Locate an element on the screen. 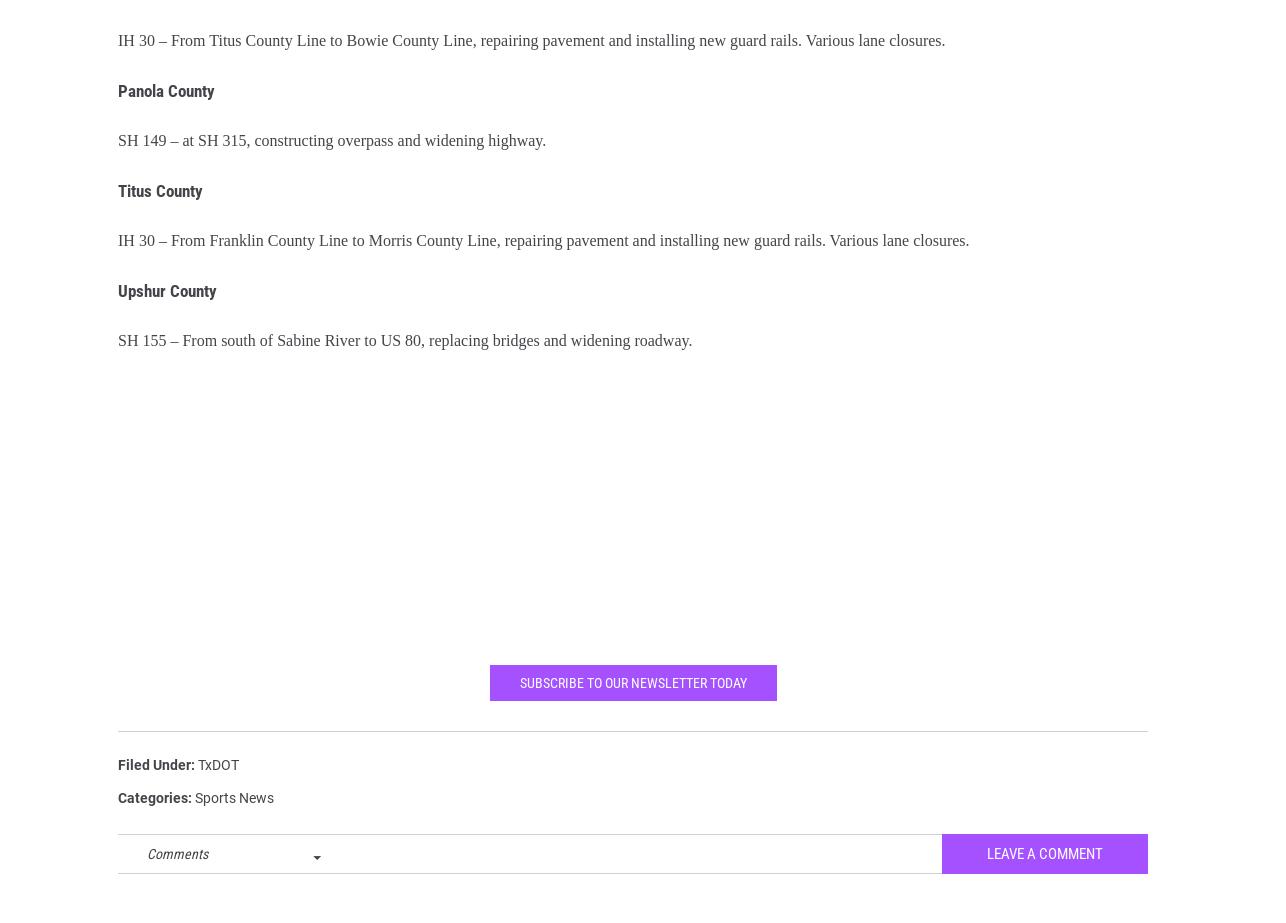 The height and width of the screenshot is (923, 1286). 'Titus County' is located at coordinates (160, 204).